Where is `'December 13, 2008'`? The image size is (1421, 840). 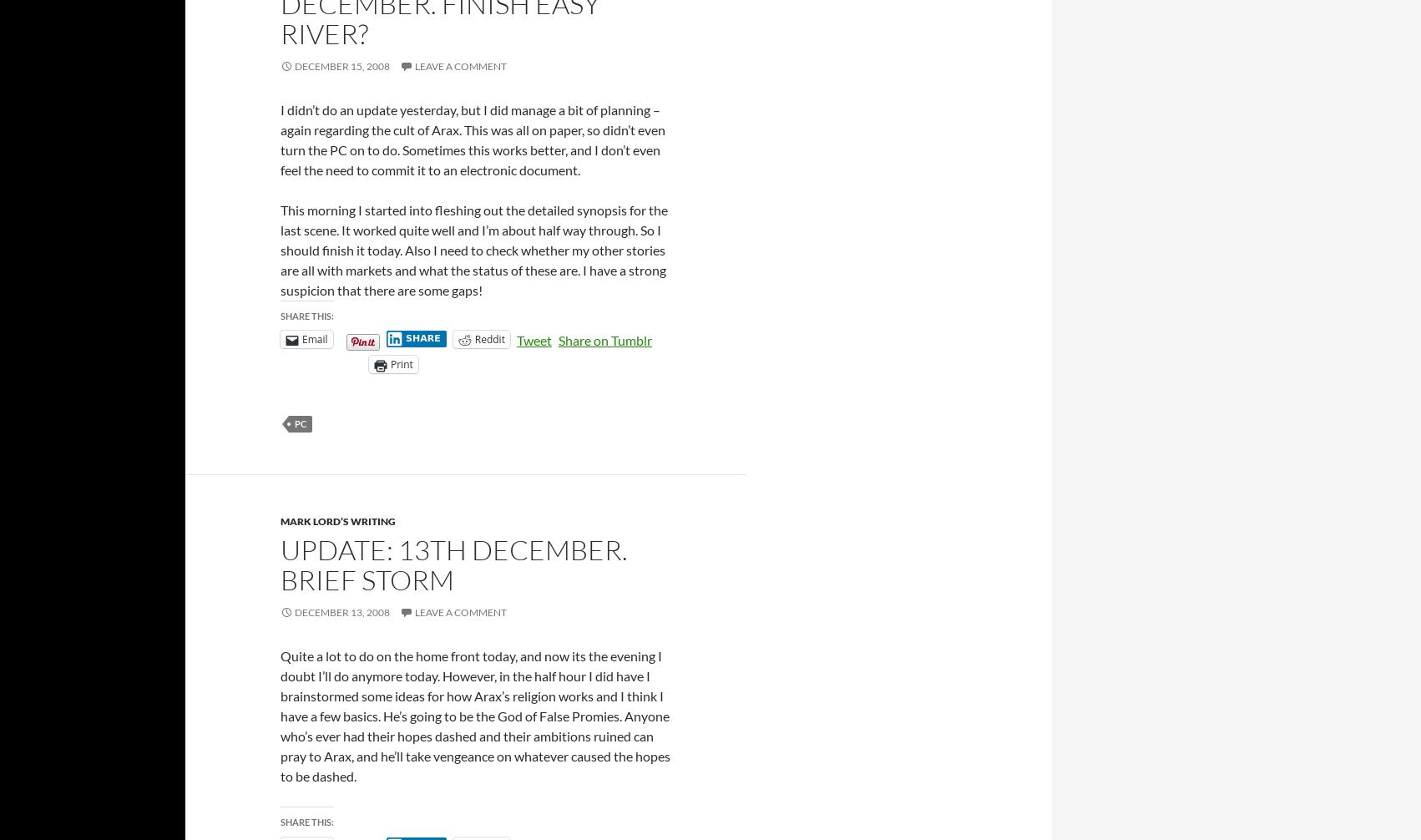 'December 13, 2008' is located at coordinates (342, 612).